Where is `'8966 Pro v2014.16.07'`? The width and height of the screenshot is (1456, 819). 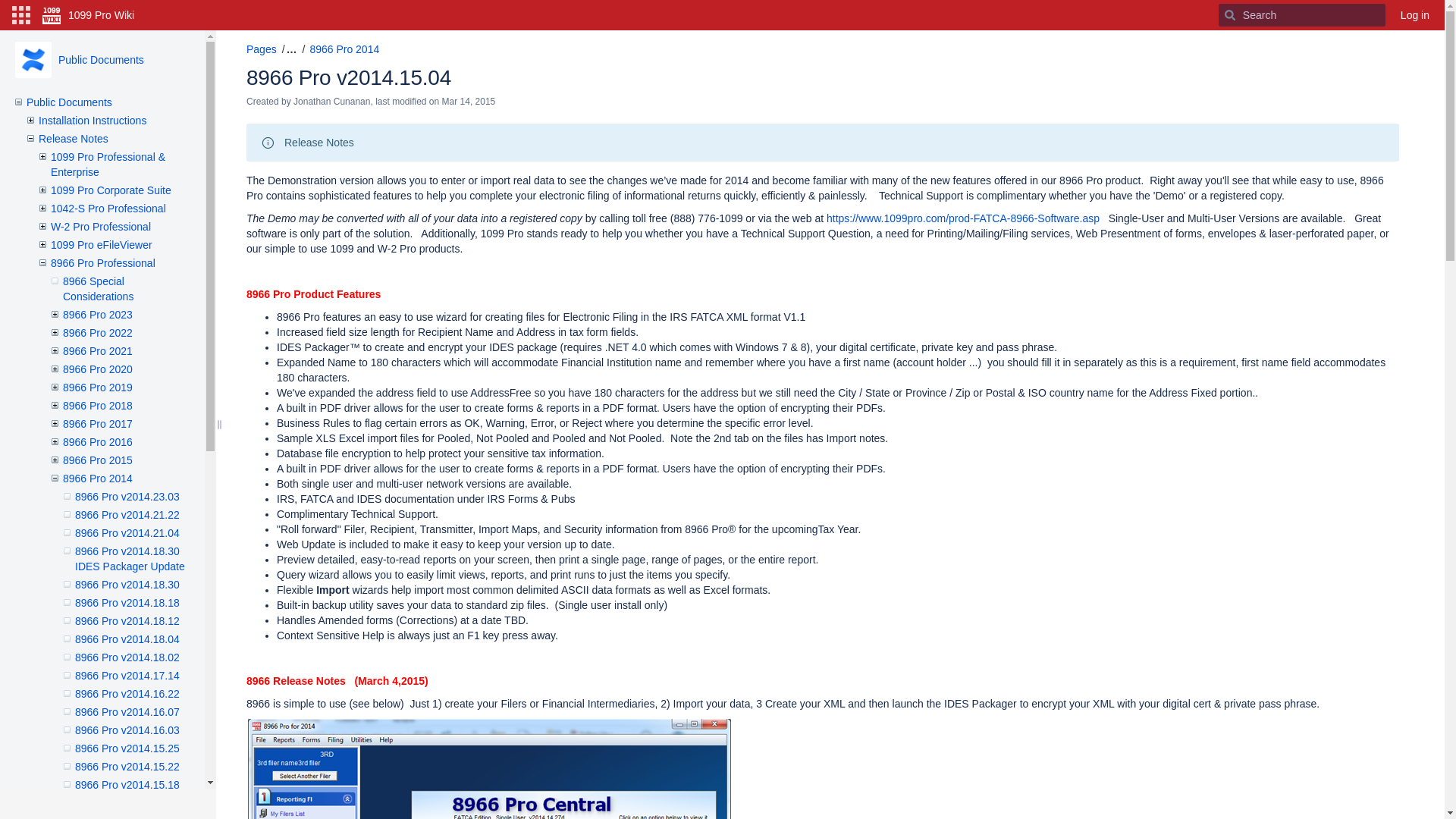
'8966 Pro v2014.16.07' is located at coordinates (127, 711).